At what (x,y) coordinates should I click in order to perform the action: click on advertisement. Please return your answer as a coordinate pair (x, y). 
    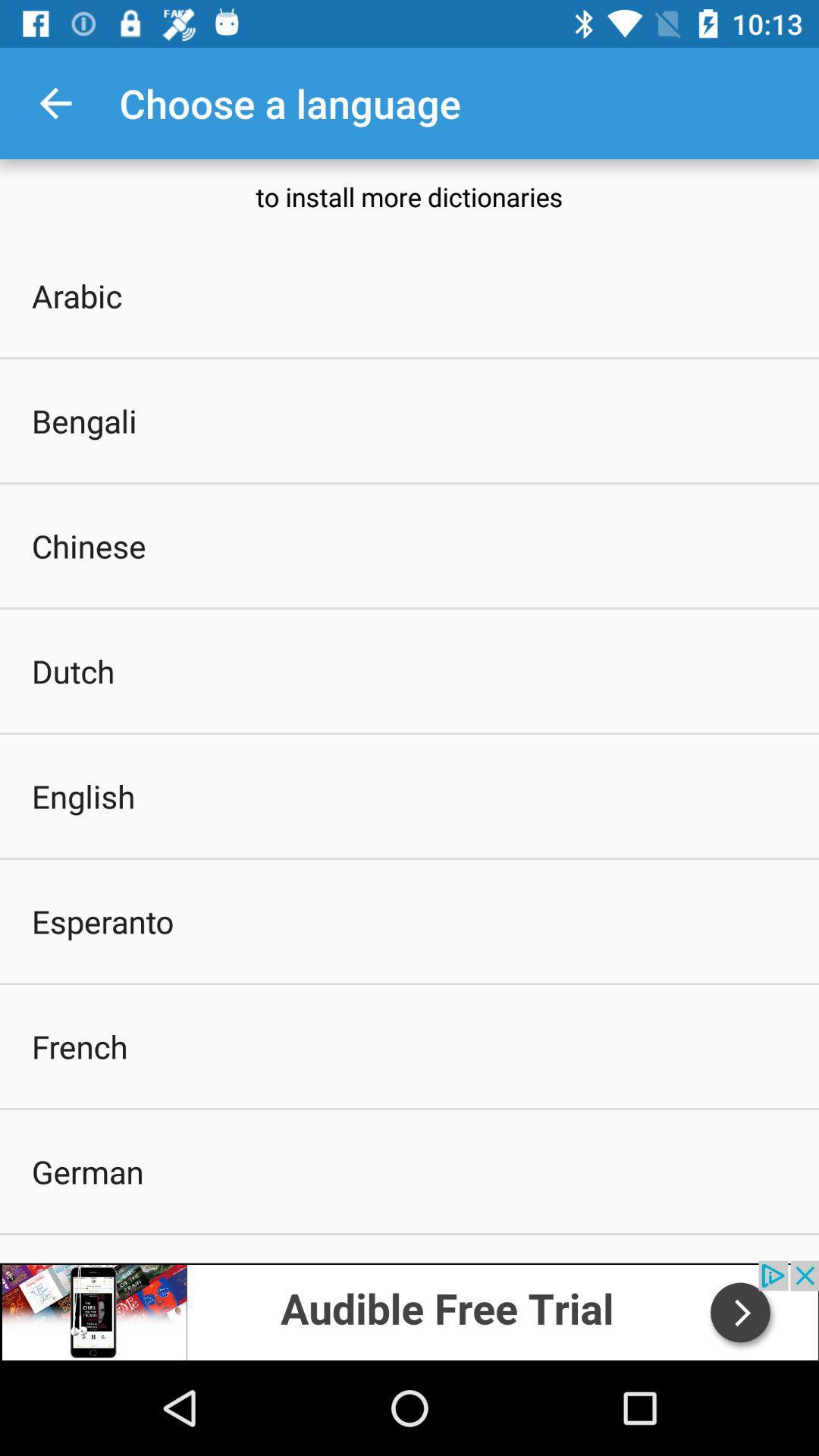
    Looking at the image, I should click on (409, 1310).